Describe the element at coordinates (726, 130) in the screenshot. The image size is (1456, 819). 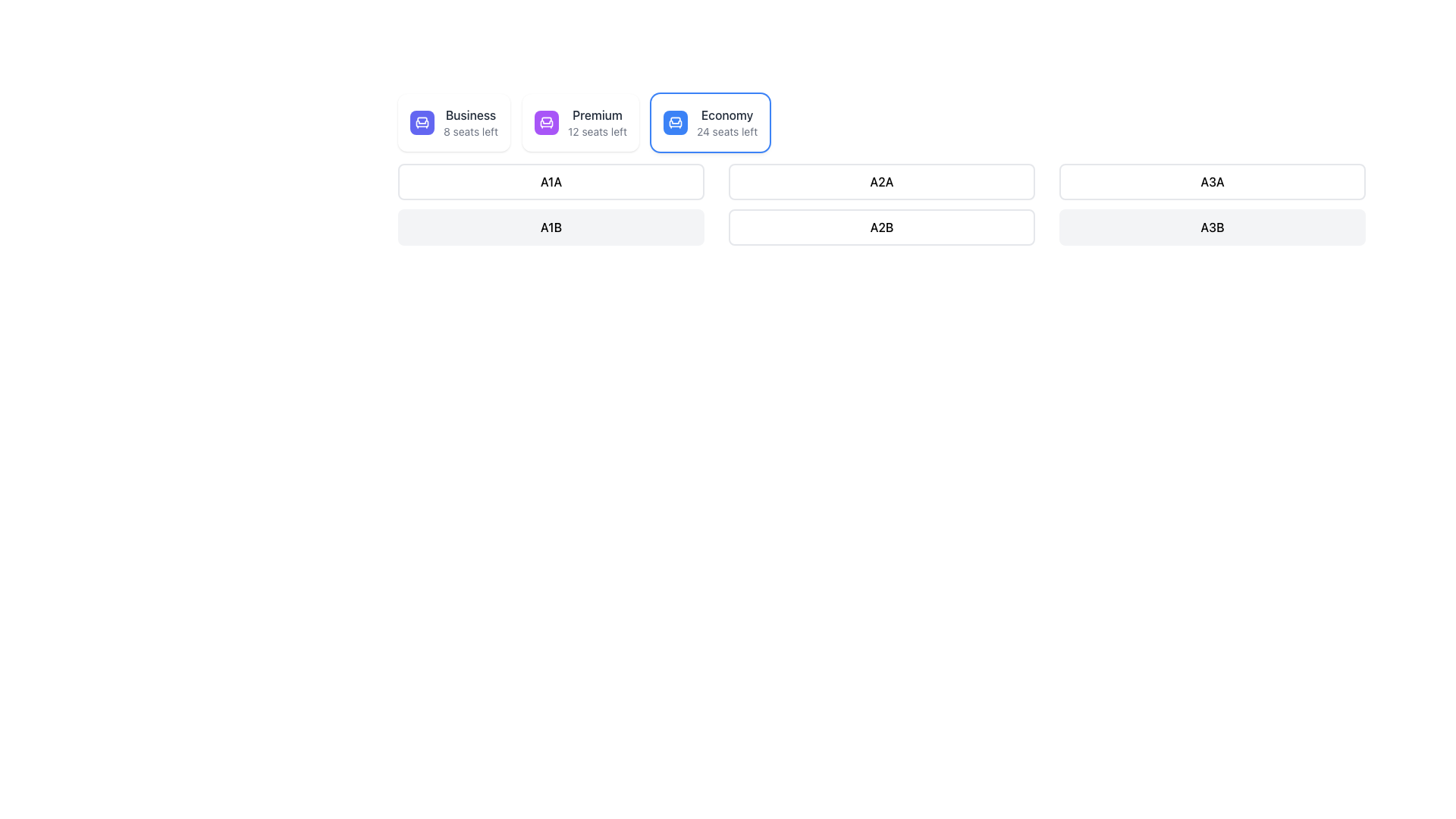
I see `the Text Label that indicates availability with the text '24 seats left' displayed in a smaller gray font, located below the 'Economy' label` at that location.